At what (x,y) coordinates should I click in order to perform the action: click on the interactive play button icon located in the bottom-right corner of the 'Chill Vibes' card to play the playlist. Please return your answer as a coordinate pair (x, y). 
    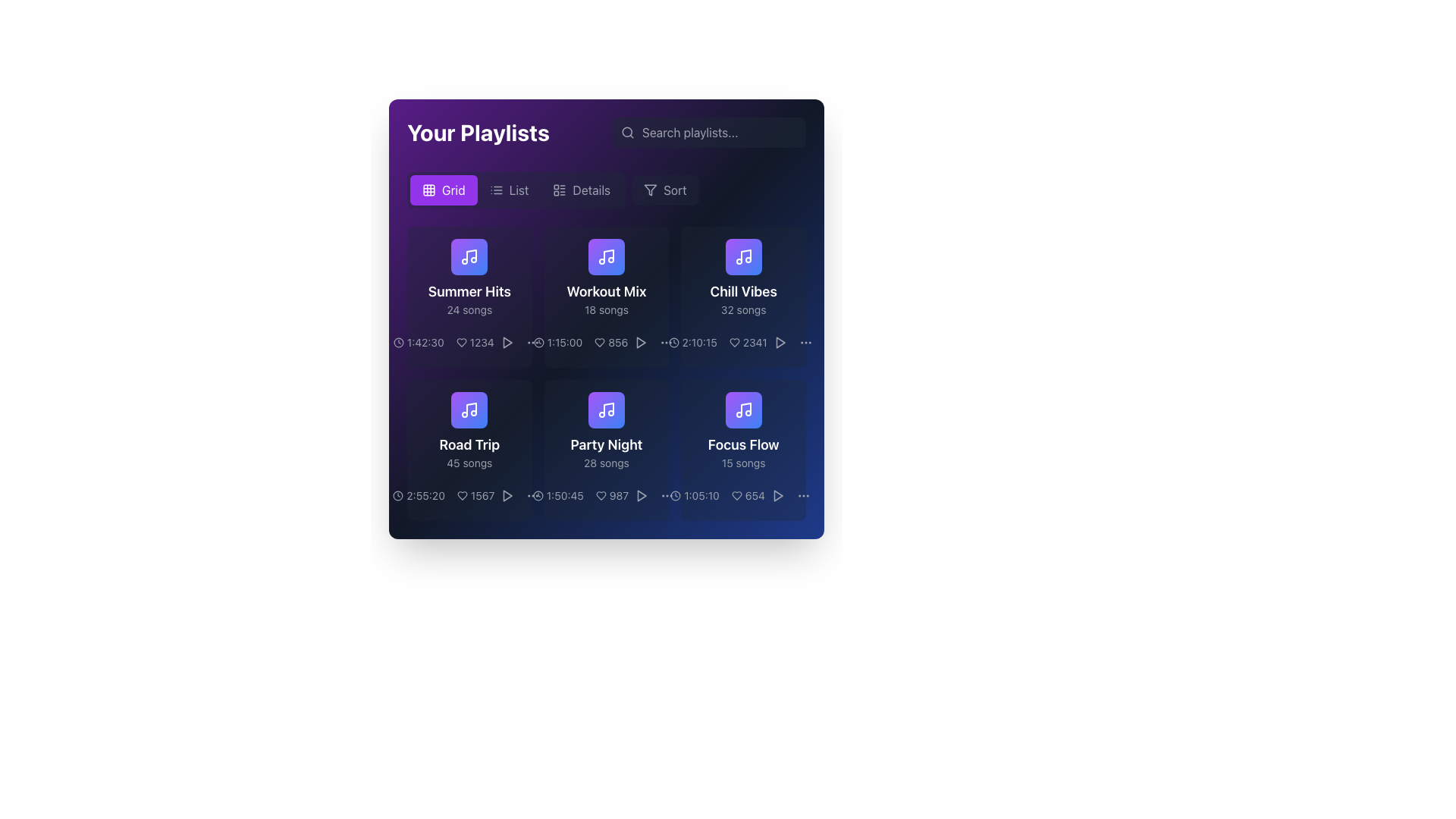
    Looking at the image, I should click on (780, 342).